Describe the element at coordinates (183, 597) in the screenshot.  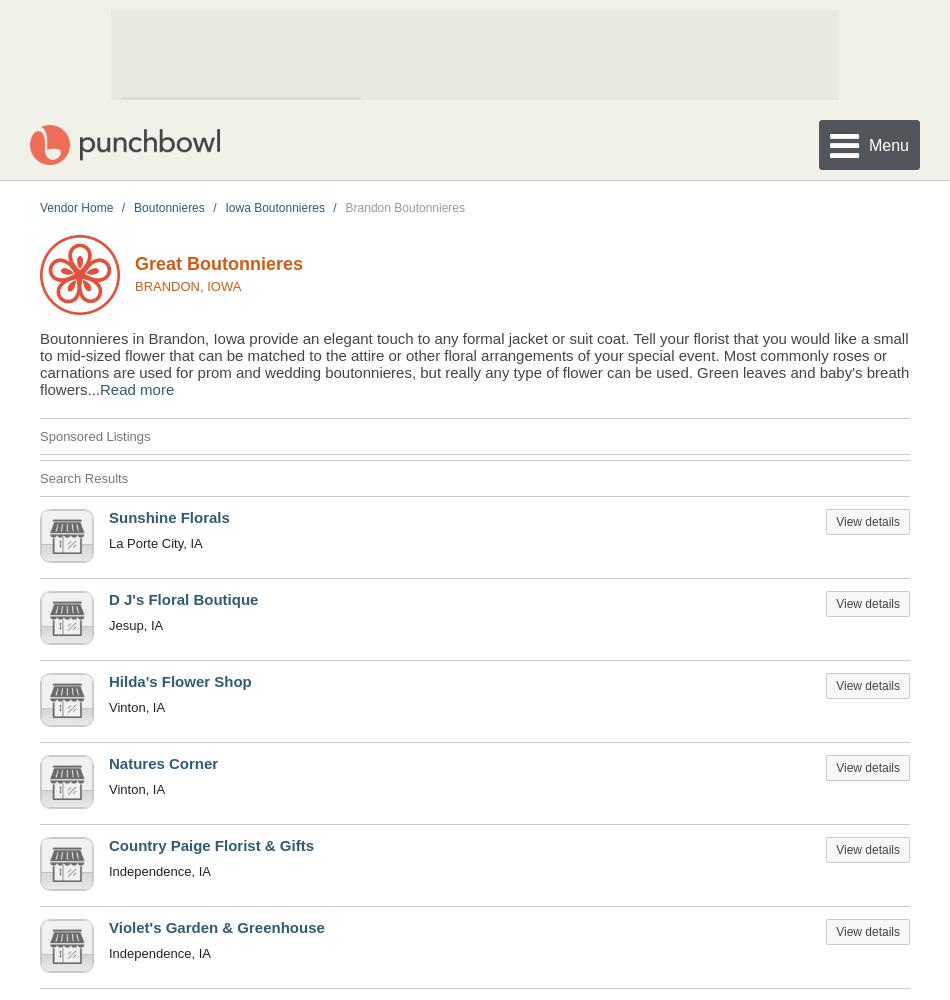
I see `'D J's Floral Boutique'` at that location.